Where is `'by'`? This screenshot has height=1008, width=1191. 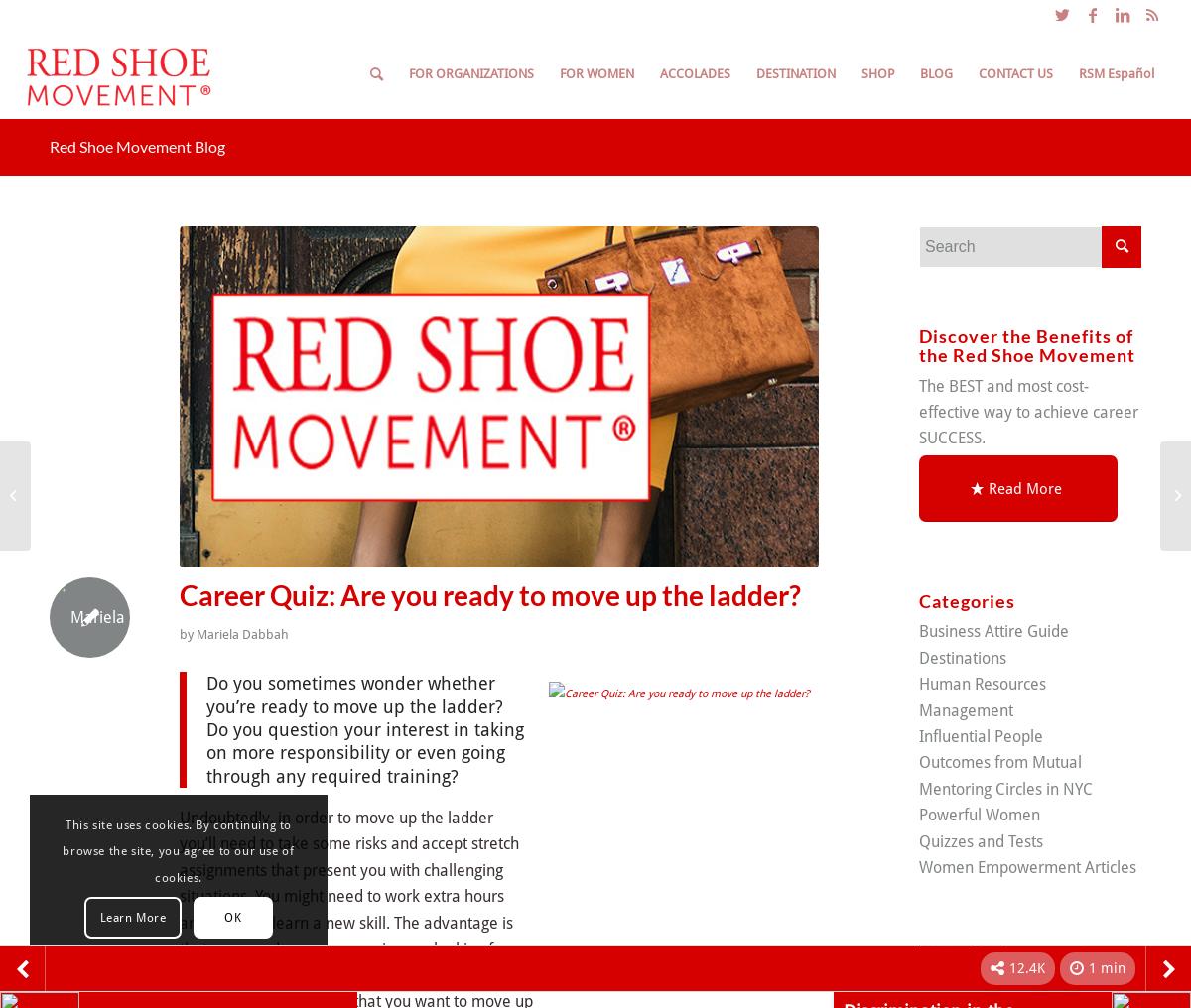 'by' is located at coordinates (178, 632).